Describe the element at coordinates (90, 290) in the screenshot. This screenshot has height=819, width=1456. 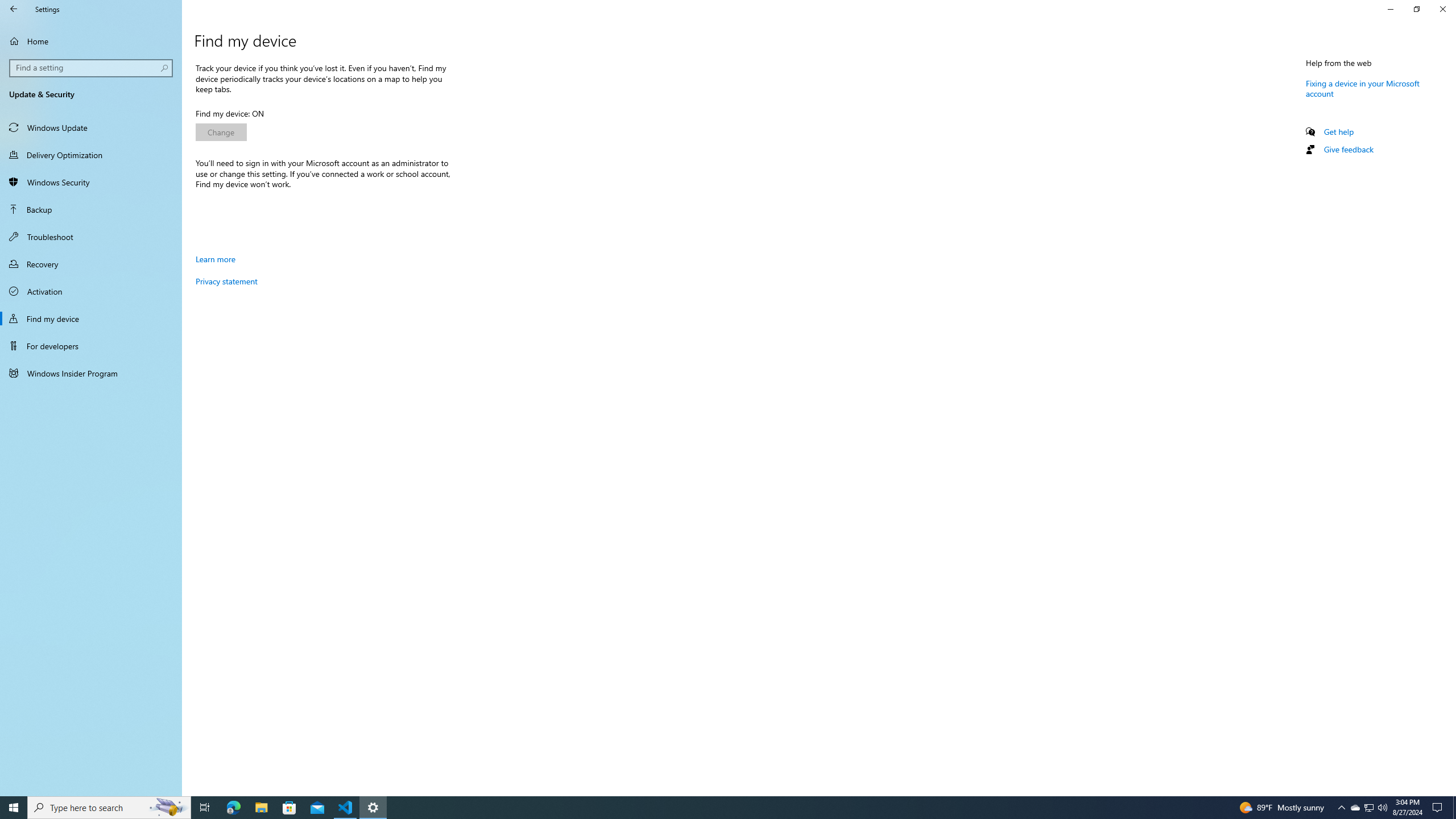
I see `'Activation'` at that location.